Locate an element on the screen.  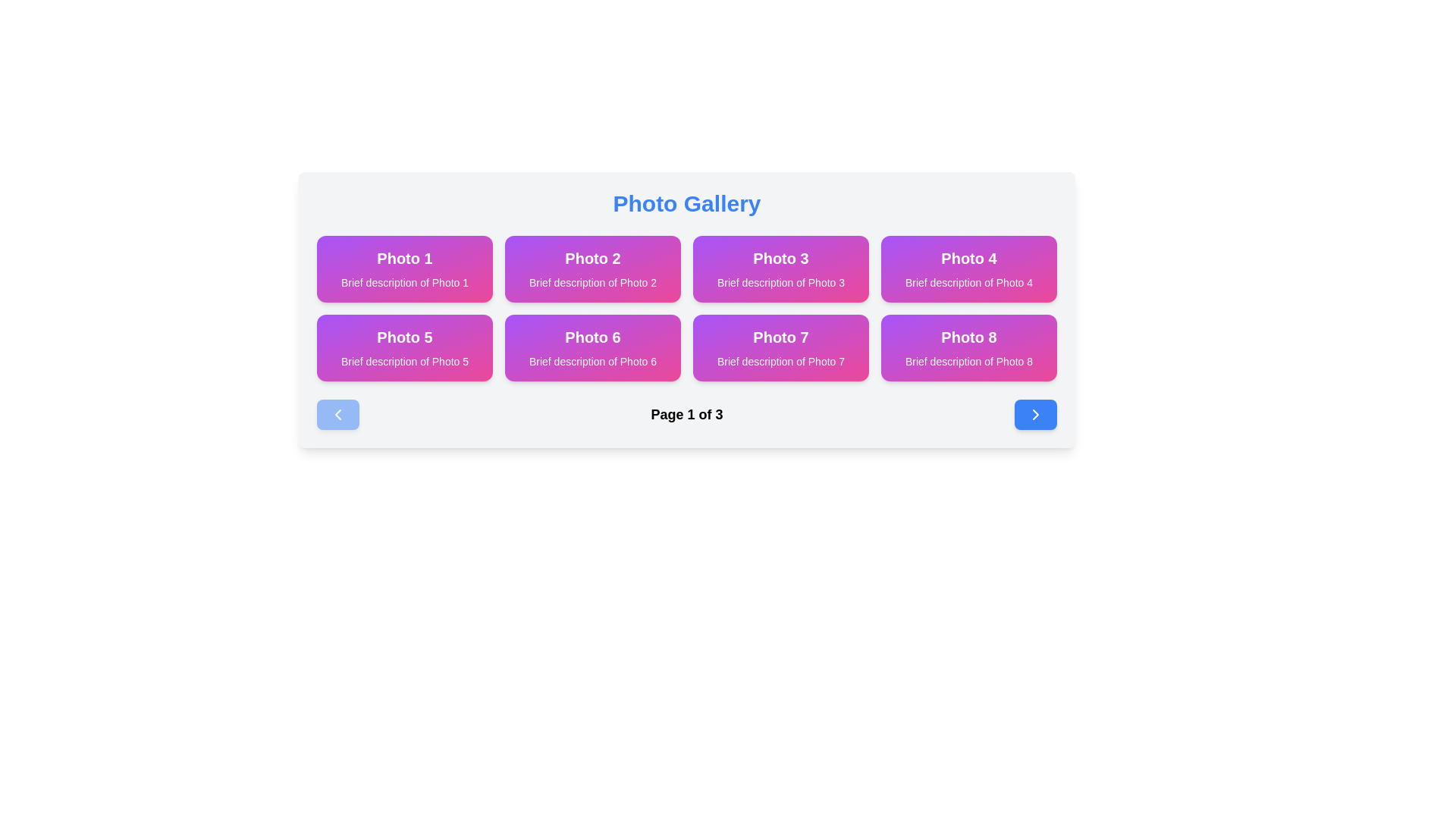
the button on the far-left side of the navigation bar to trigger any hover effects before navigating to the previous page is located at coordinates (337, 415).